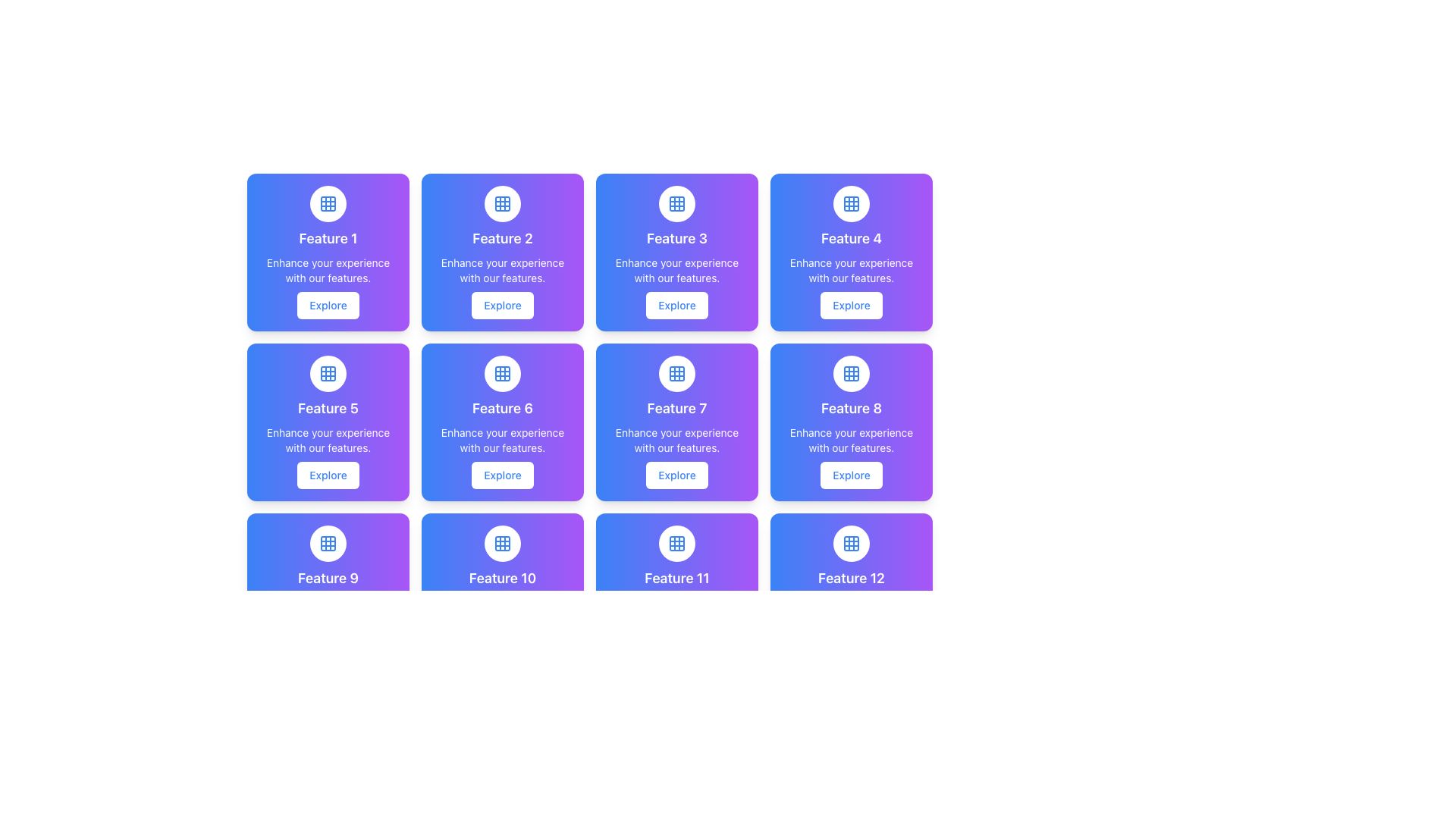 Image resolution: width=1456 pixels, height=819 pixels. What do you see at coordinates (676, 305) in the screenshot?
I see `the 'Explore' button located in the 'Feature 3' card` at bounding box center [676, 305].